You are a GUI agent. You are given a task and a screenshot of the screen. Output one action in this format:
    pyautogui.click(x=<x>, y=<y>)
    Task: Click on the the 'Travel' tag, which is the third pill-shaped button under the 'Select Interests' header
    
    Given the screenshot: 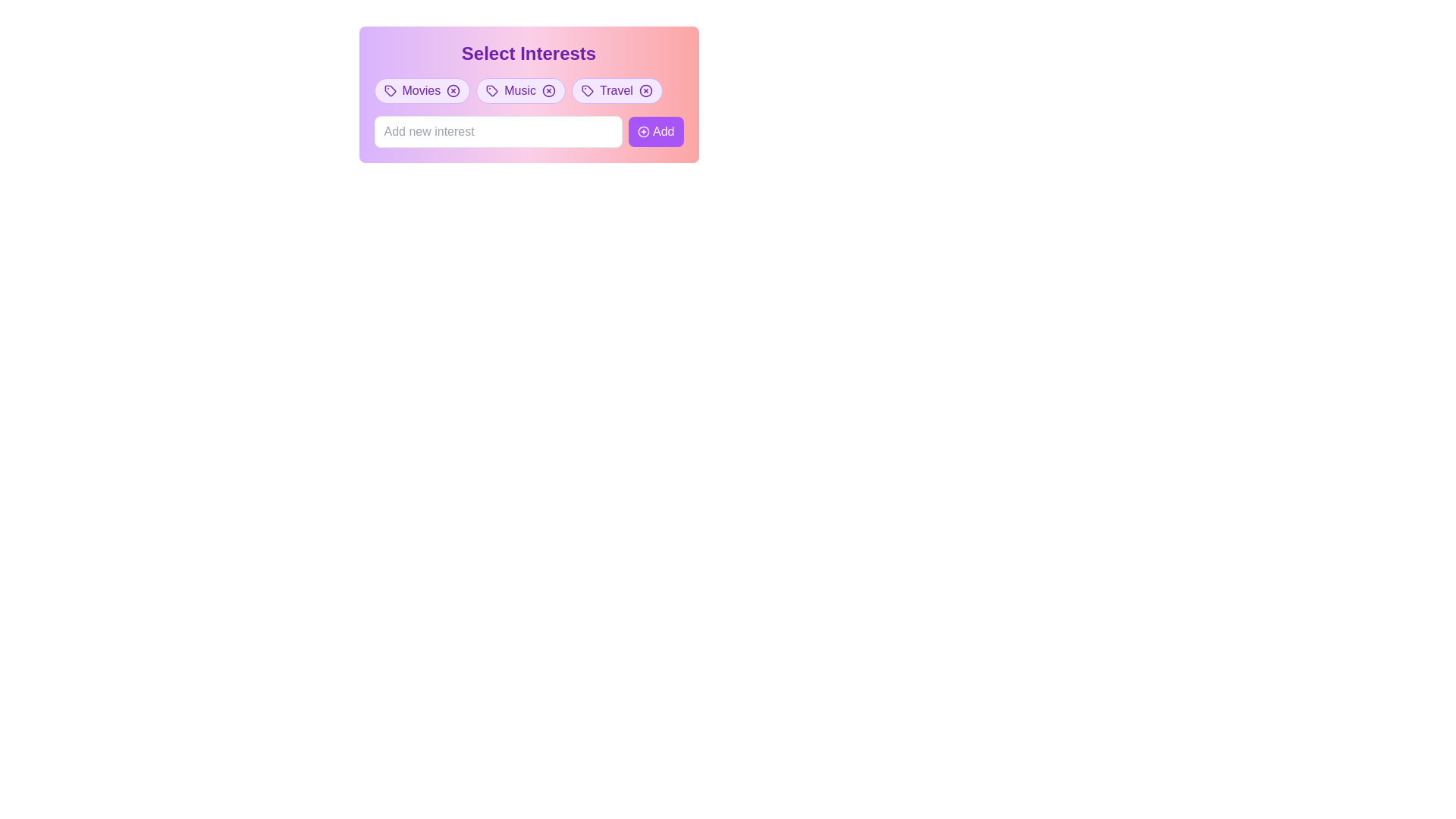 What is the action you would take?
    pyautogui.click(x=617, y=90)
    